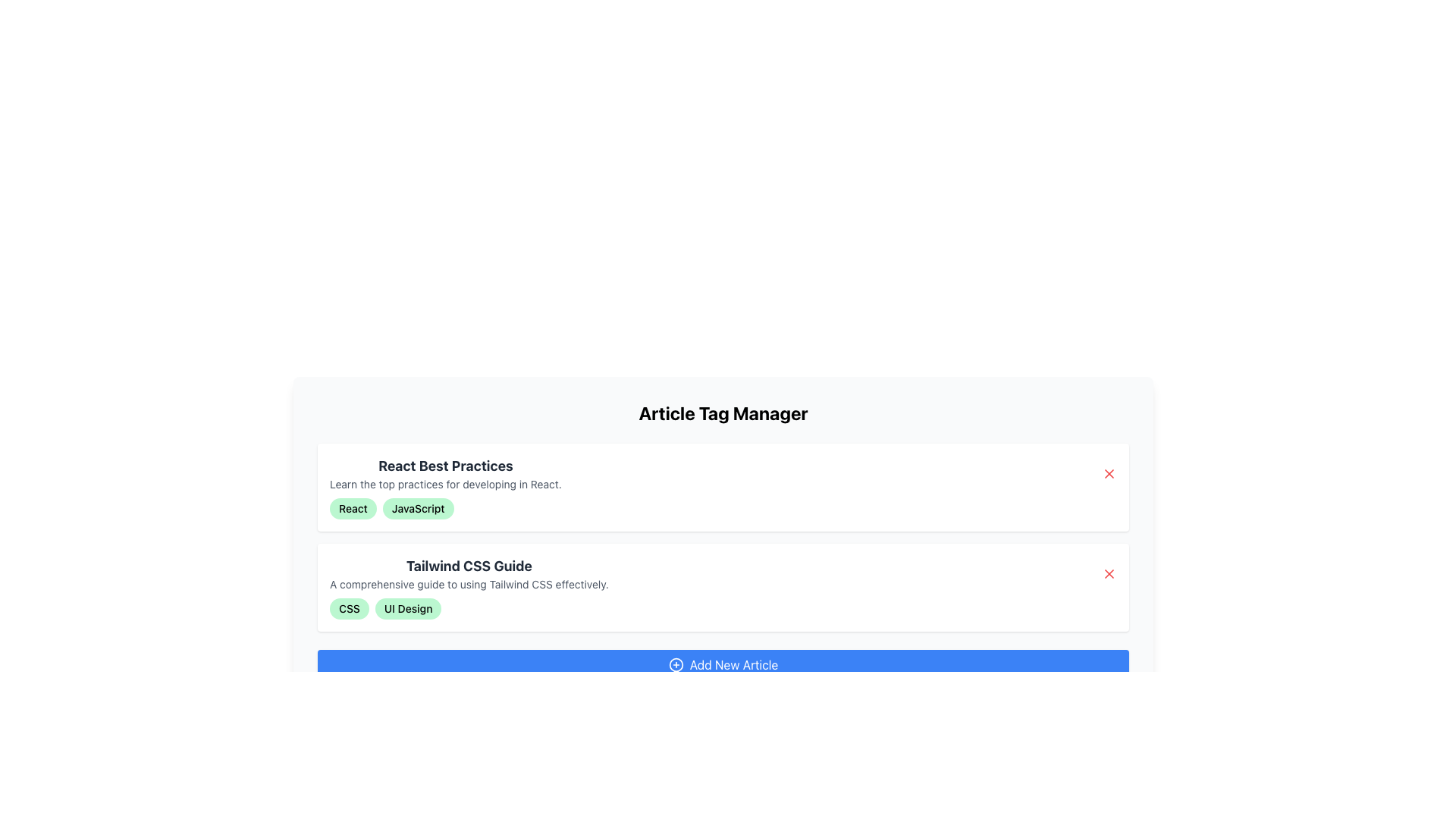 The width and height of the screenshot is (1456, 819). I want to click on text content of the header and brief description located in the center-left part of the second card in the vertical list, which is below the 'React Best Practices' card, so click(468, 573).